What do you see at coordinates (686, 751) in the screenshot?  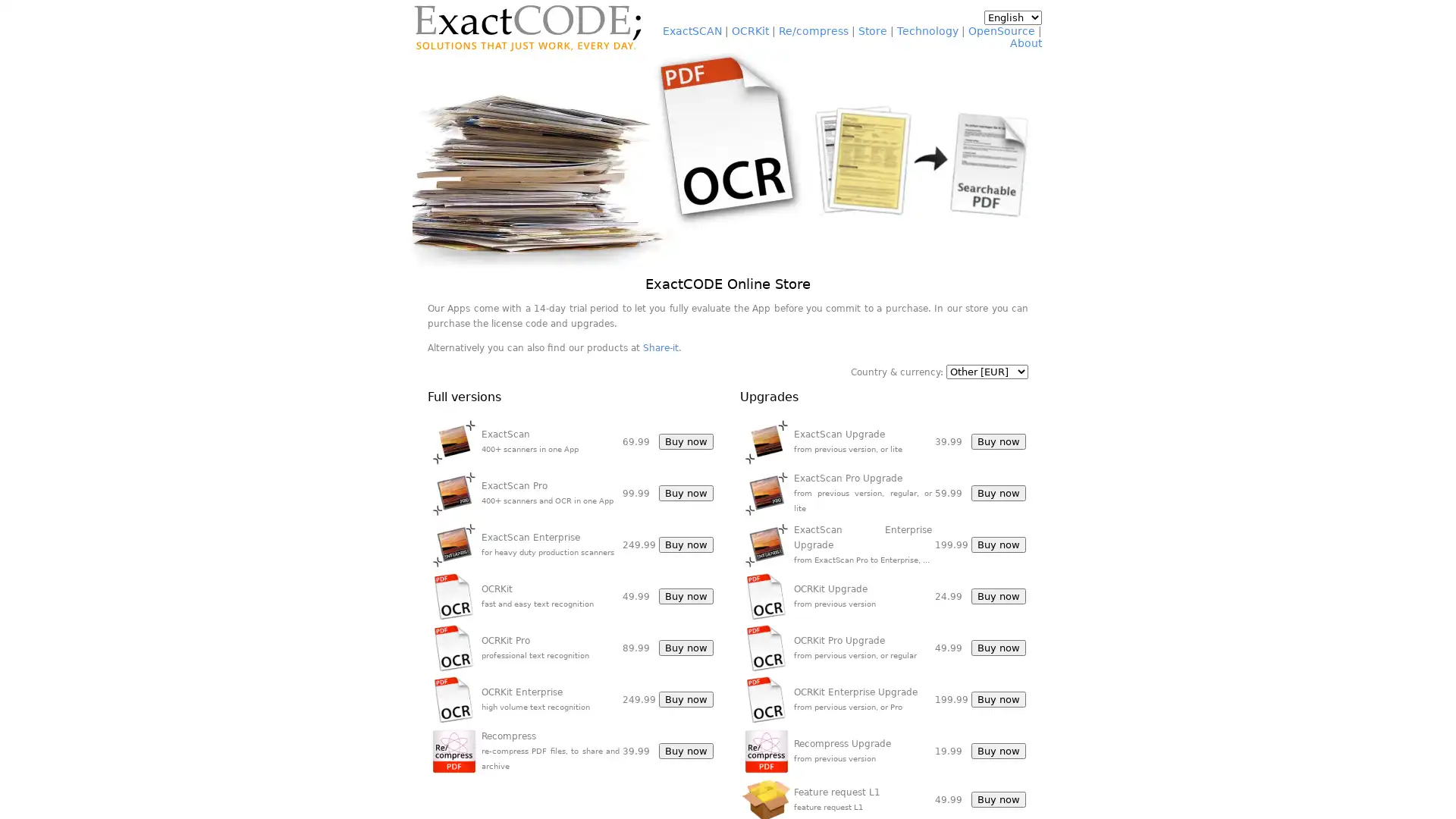 I see `Buy now` at bounding box center [686, 751].